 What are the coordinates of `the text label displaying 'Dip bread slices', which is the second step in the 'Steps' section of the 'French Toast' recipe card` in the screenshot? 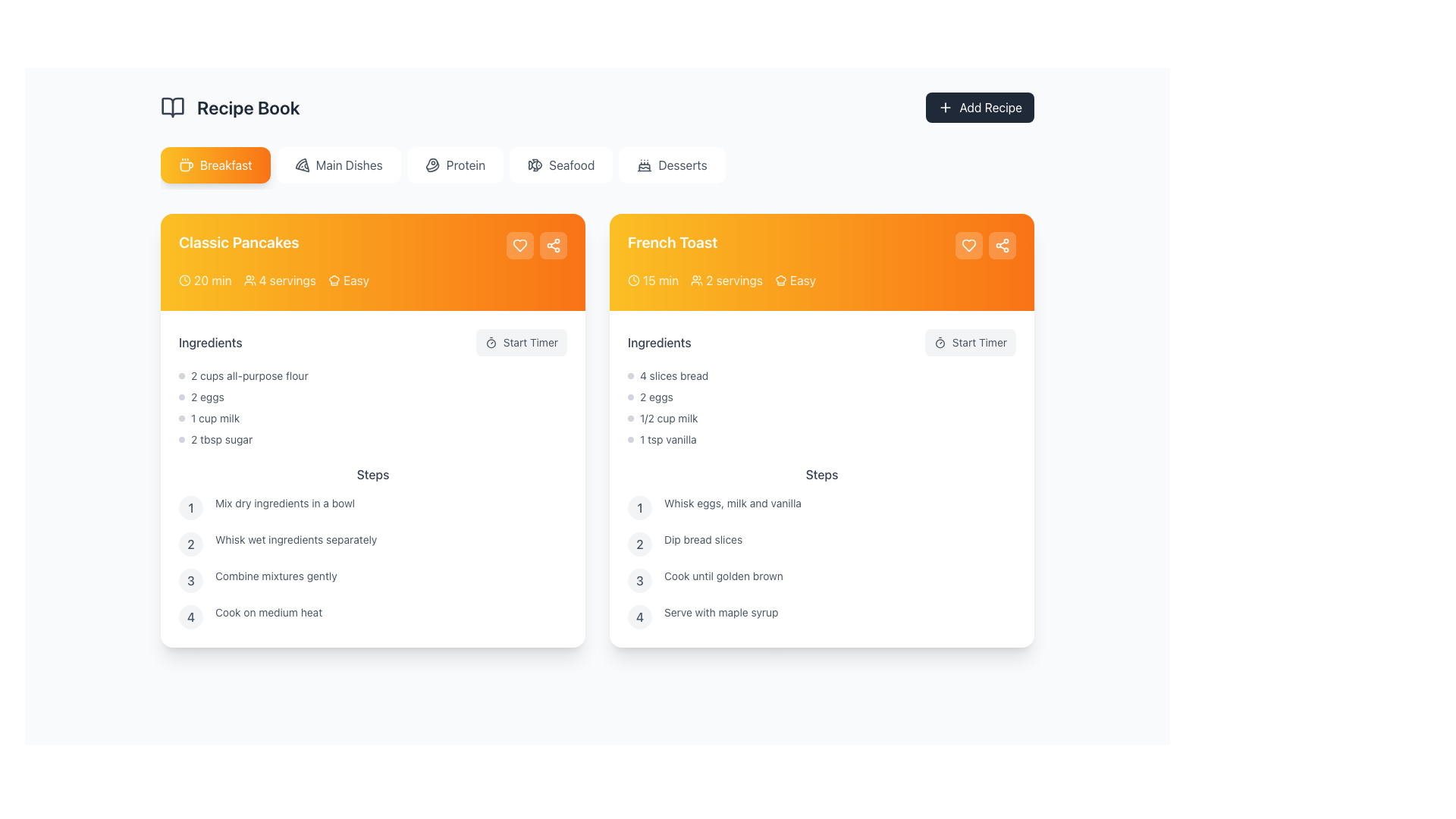 It's located at (702, 543).